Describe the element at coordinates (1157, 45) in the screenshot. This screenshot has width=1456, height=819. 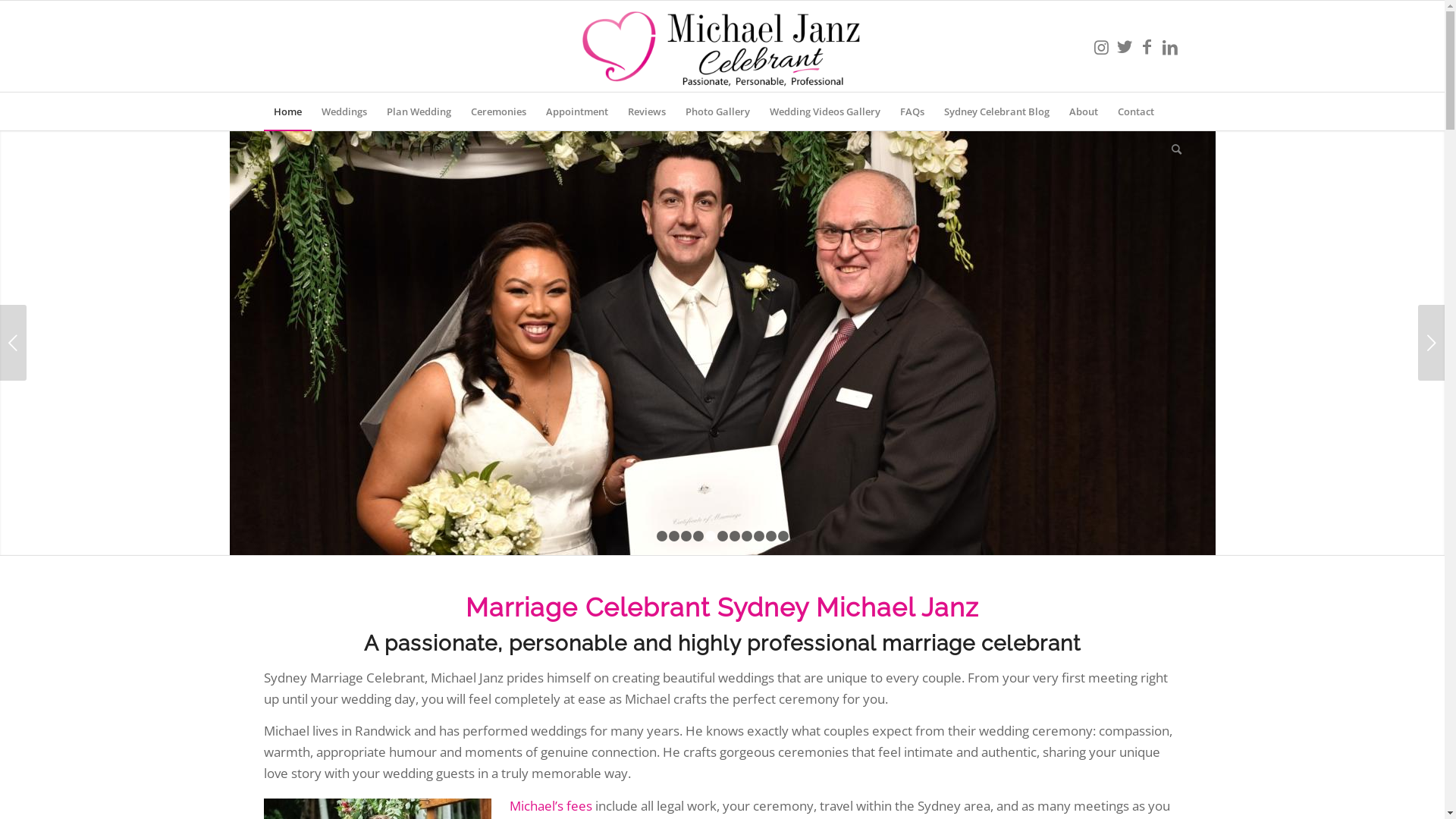
I see `'LinkedIn'` at that location.